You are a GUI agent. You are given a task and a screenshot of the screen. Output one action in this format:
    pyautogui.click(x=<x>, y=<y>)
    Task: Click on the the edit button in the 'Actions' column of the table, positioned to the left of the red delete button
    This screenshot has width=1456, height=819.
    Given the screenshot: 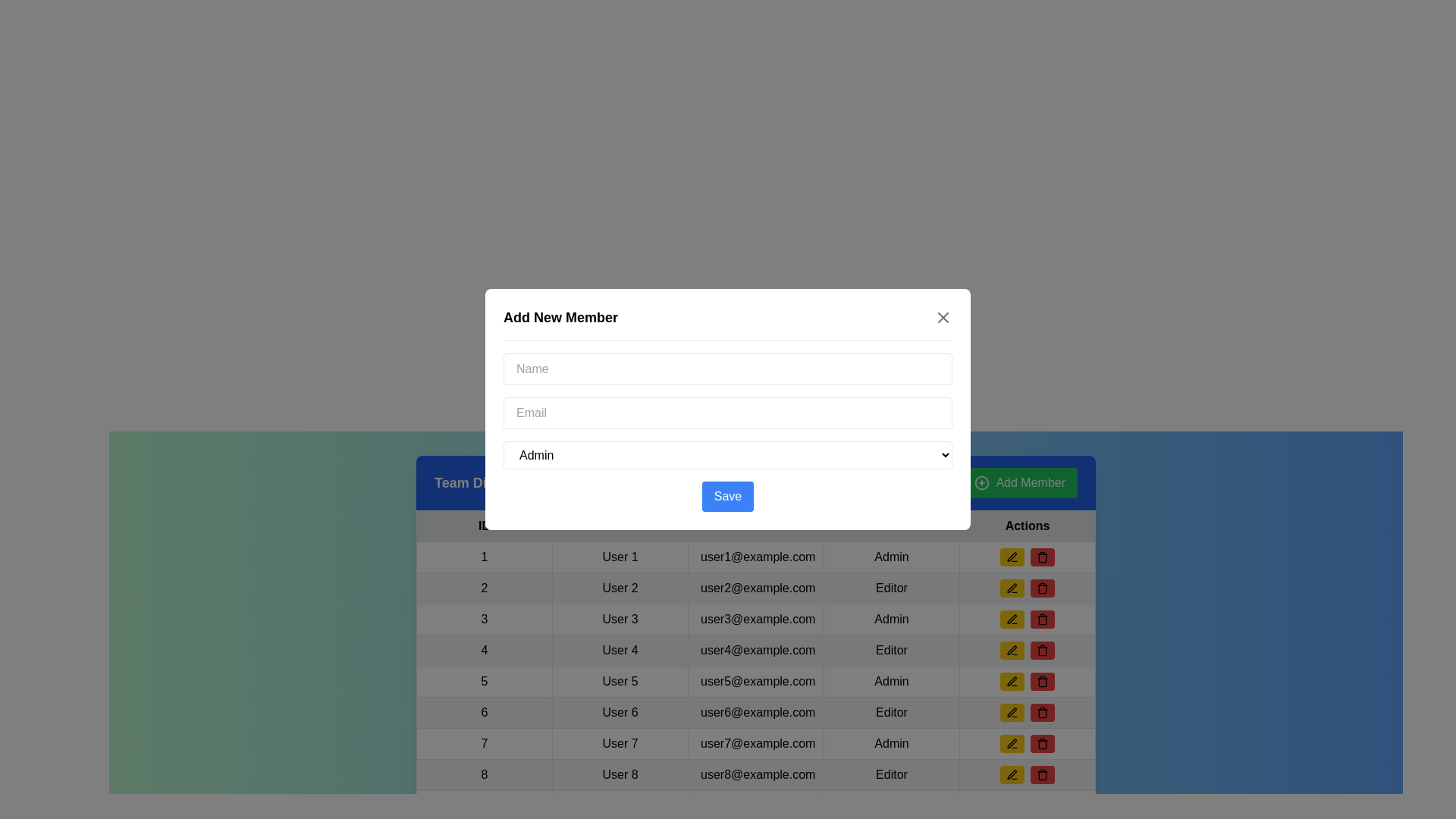 What is the action you would take?
    pyautogui.click(x=1012, y=649)
    